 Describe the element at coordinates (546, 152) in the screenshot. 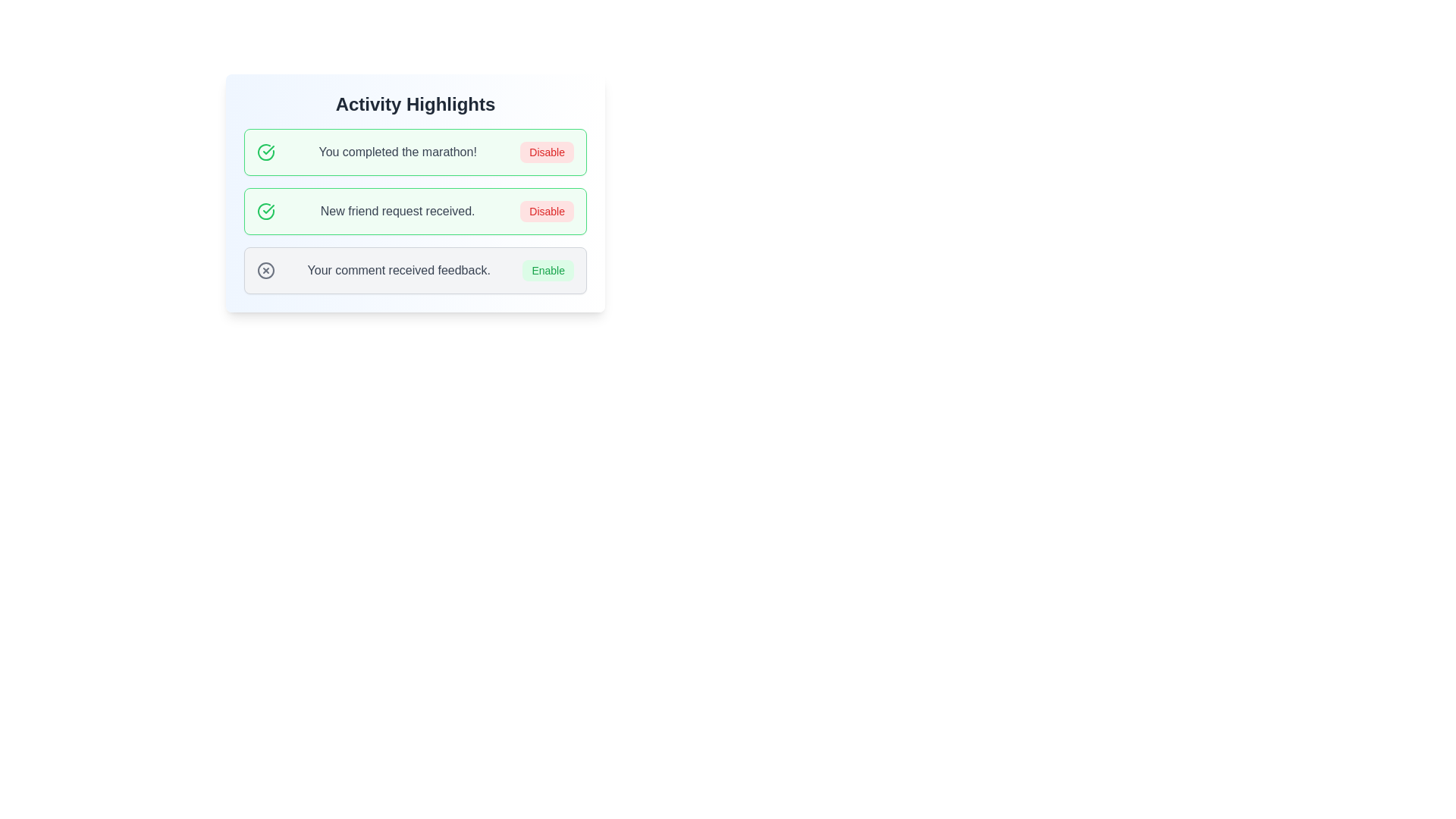

I see `the prominent 'Disable' button with rounded corners and a soft red background` at that location.